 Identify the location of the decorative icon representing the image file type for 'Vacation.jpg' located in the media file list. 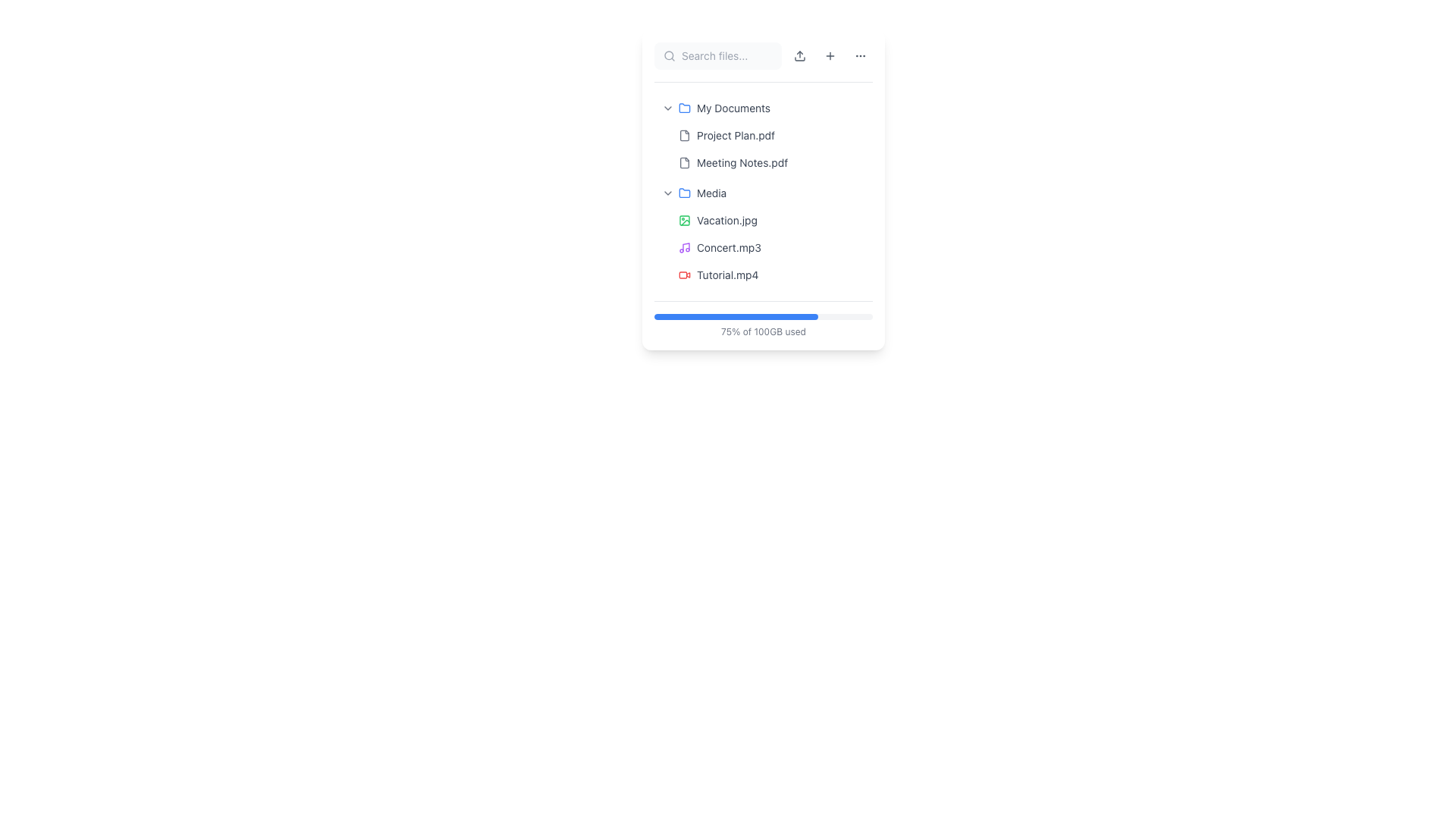
(683, 220).